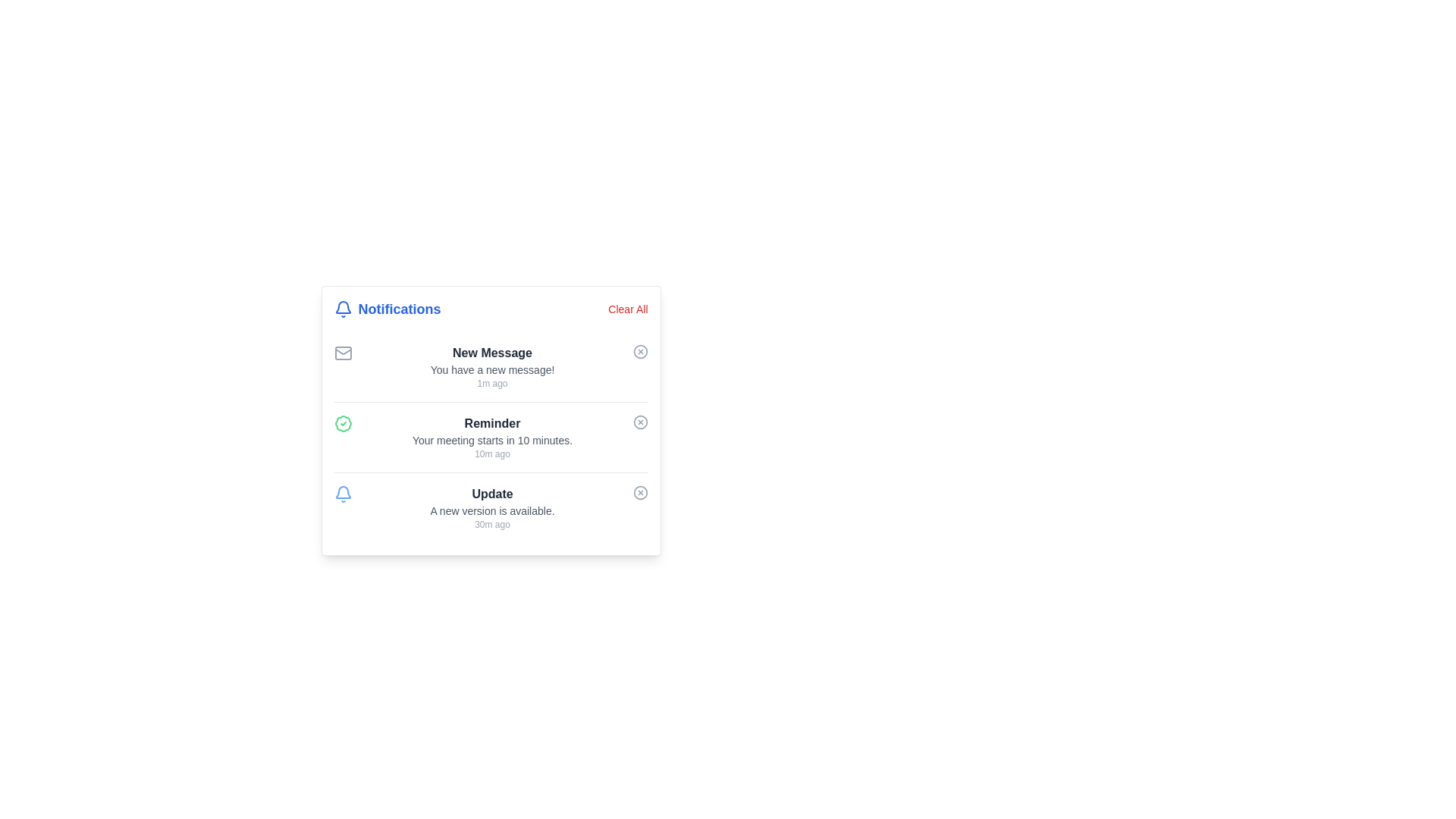 The image size is (1456, 819). I want to click on the circular close icon button with a central cross design located in the notification item titled 'New Message', positioned to the right of the item's text details, so click(640, 351).